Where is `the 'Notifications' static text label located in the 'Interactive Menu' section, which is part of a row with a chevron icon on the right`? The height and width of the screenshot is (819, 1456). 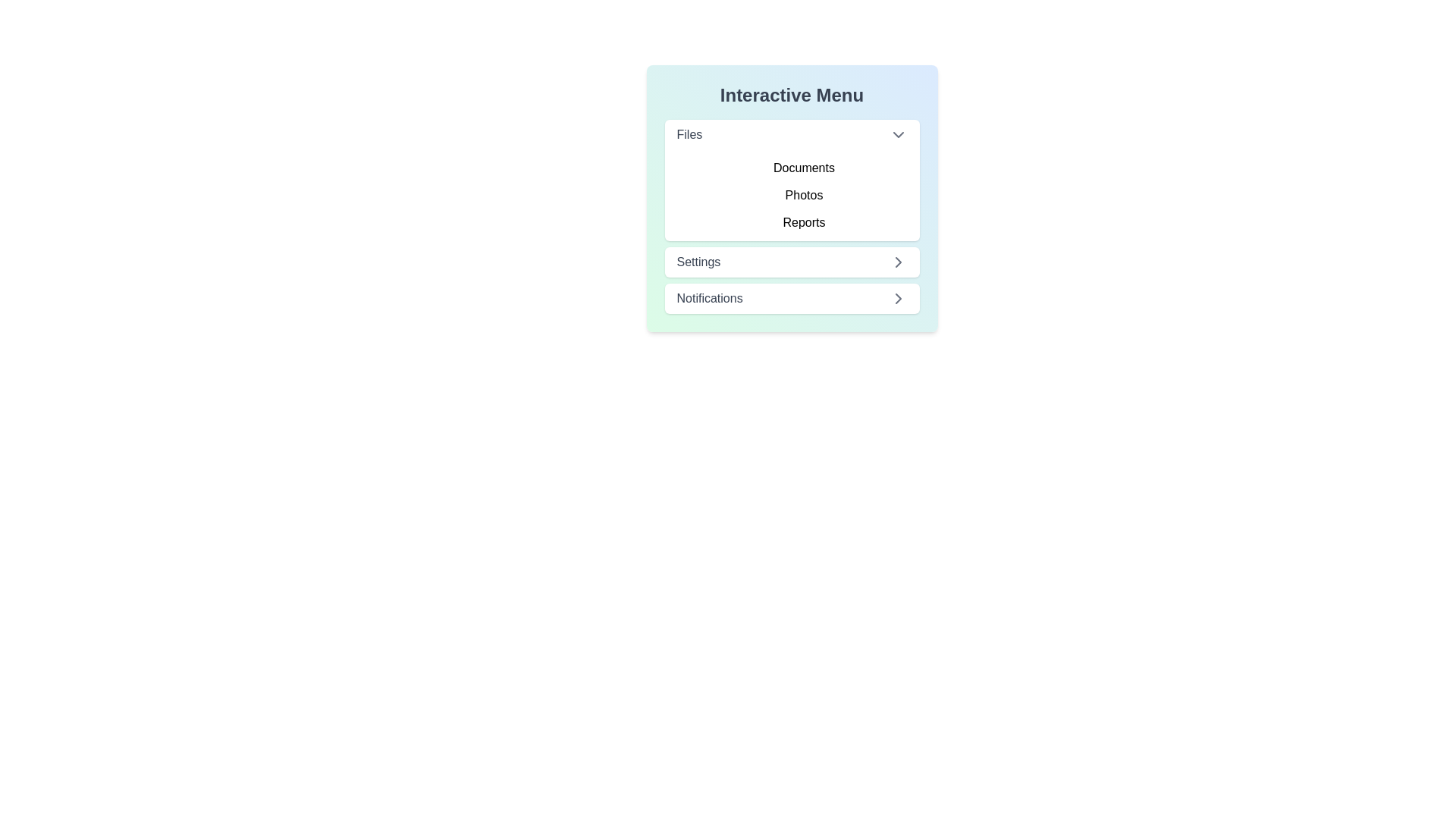
the 'Notifications' static text label located in the 'Interactive Menu' section, which is part of a row with a chevron icon on the right is located at coordinates (709, 298).